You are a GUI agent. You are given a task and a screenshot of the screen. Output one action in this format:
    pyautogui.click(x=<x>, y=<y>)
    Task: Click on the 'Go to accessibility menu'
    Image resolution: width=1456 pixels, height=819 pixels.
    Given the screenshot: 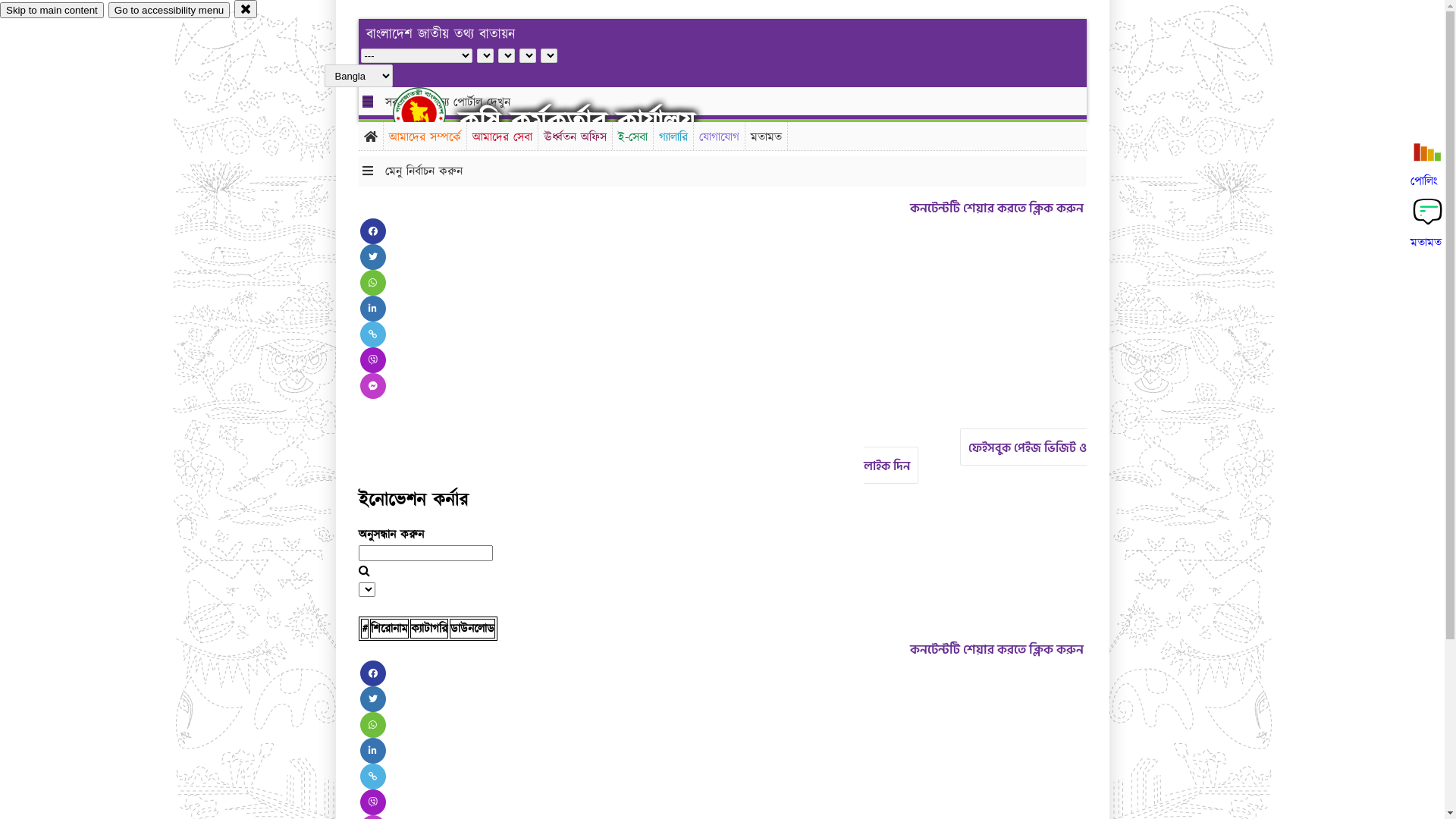 What is the action you would take?
    pyautogui.click(x=168, y=10)
    